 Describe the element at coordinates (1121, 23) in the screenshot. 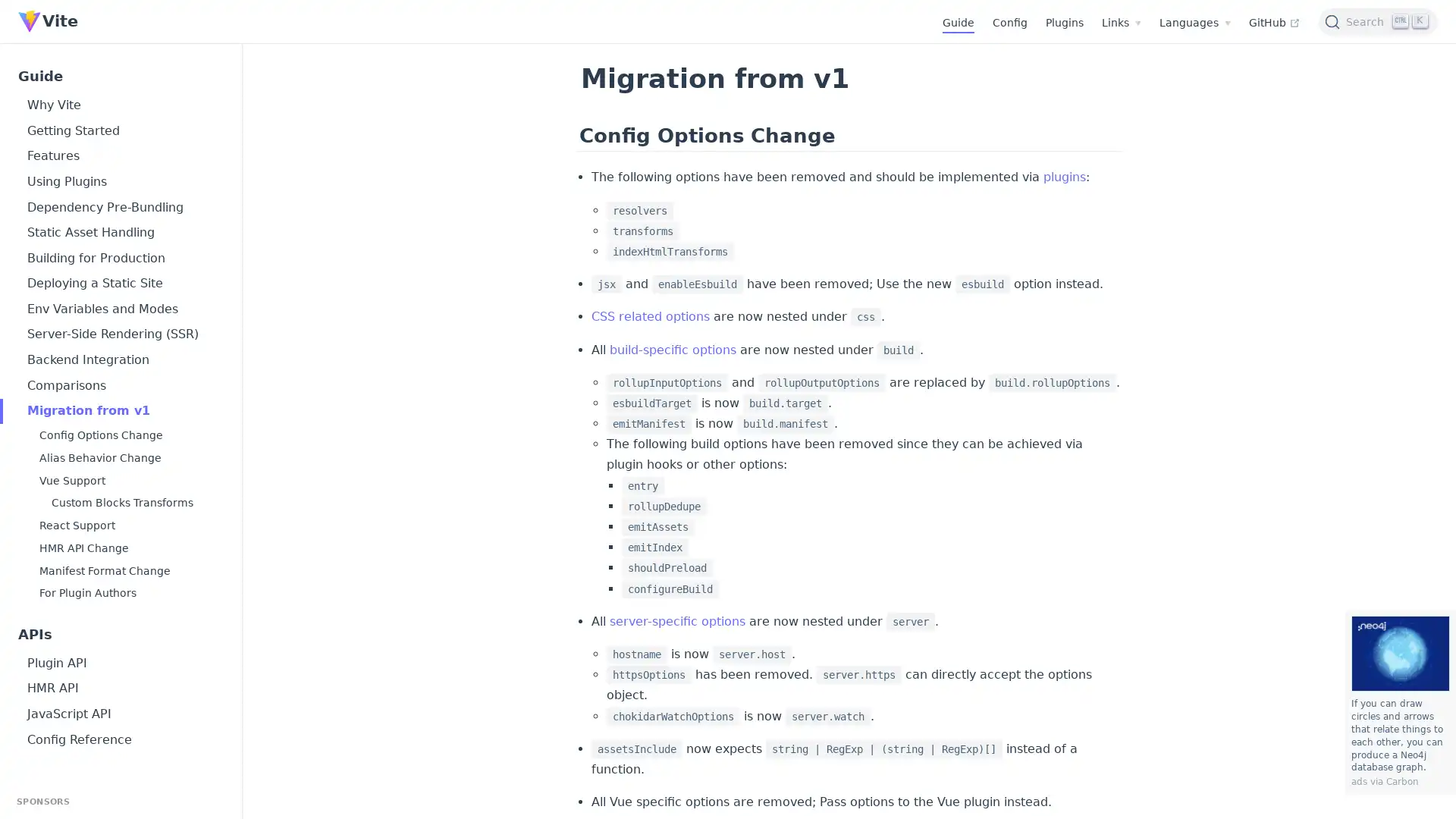

I see `Links` at that location.